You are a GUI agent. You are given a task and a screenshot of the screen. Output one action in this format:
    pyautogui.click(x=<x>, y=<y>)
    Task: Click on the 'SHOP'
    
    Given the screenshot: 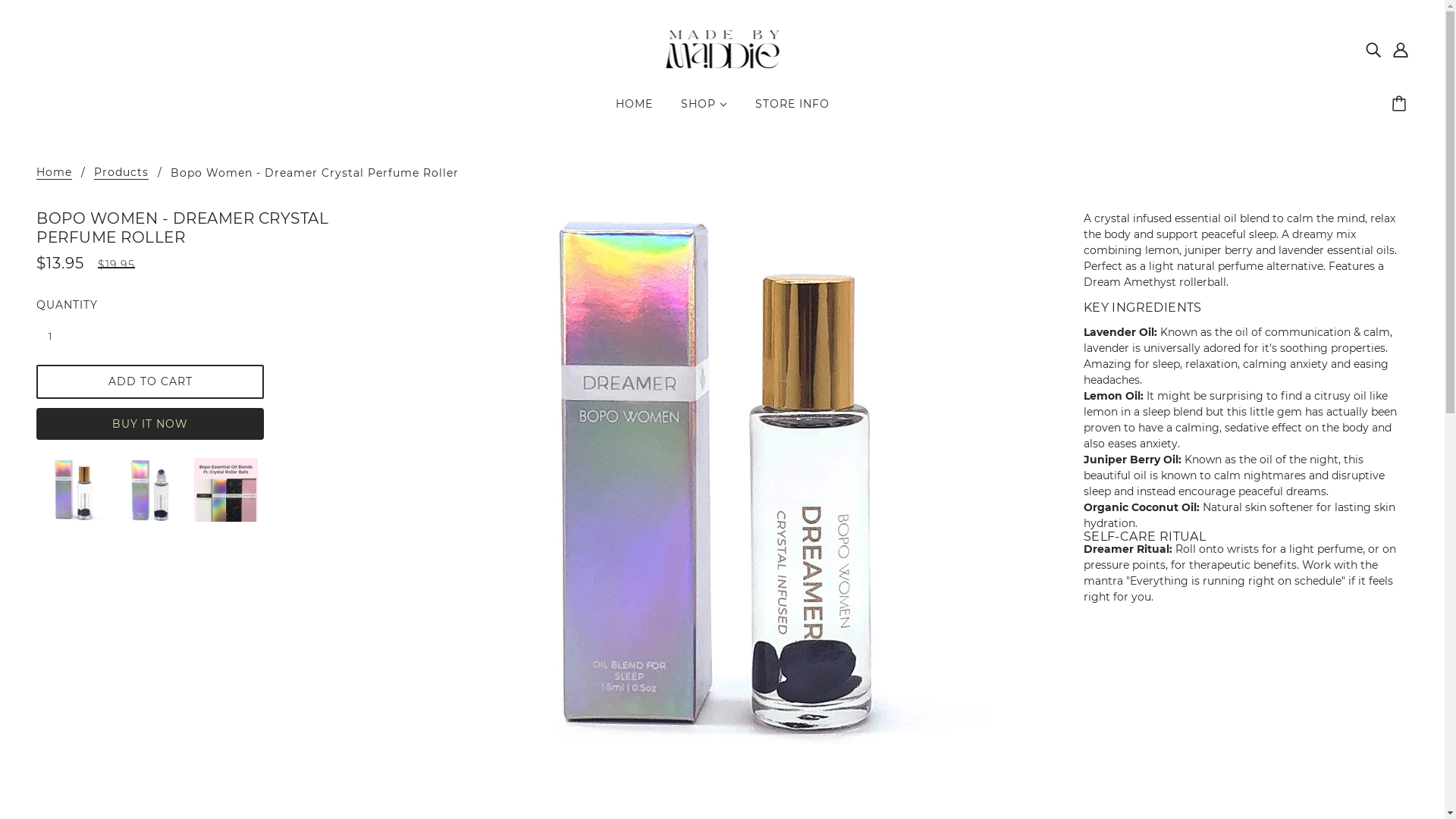 What is the action you would take?
    pyautogui.click(x=703, y=109)
    